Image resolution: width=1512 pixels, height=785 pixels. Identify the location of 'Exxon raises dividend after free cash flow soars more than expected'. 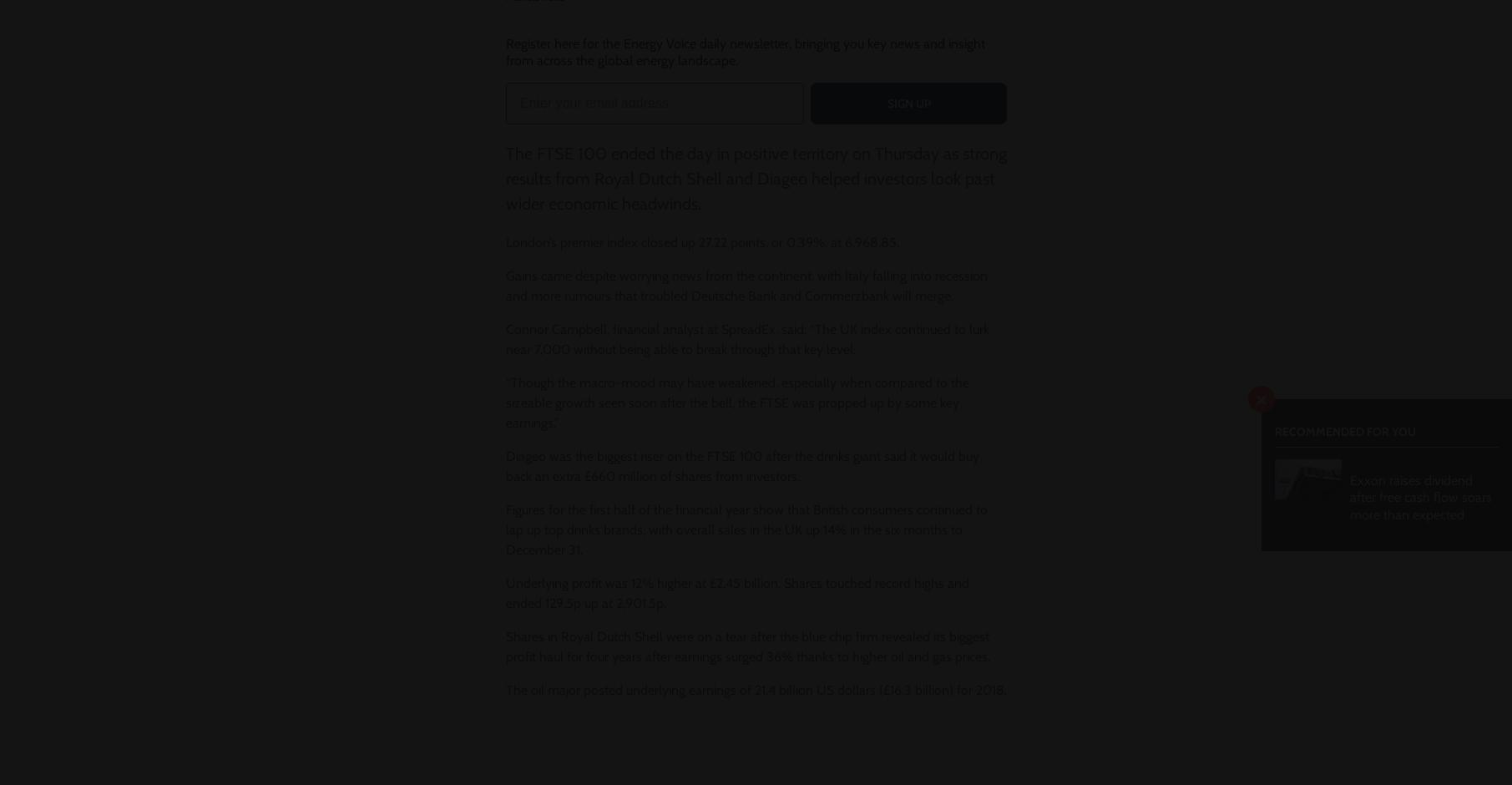
(1420, 496).